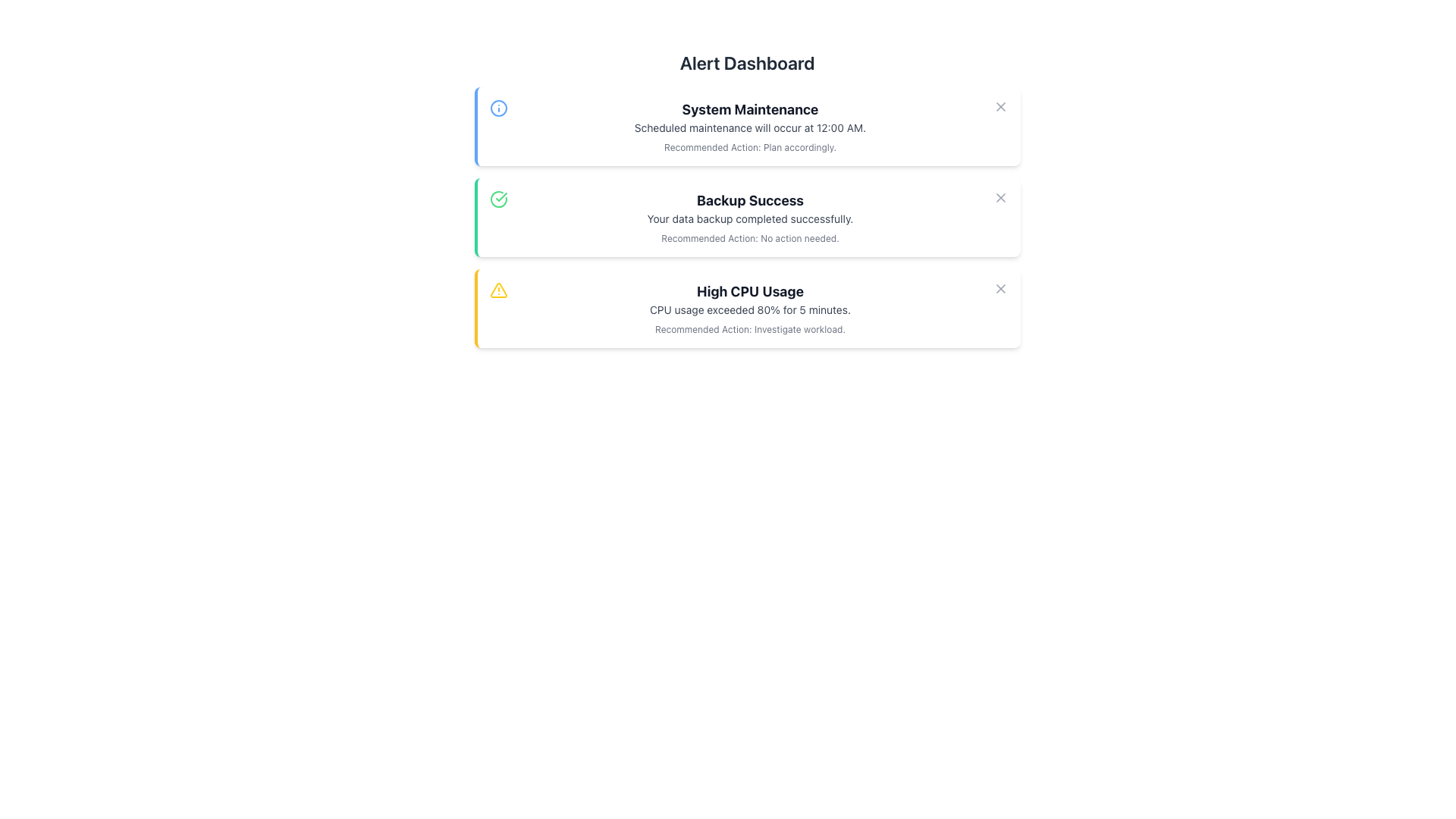  What do you see at coordinates (1000, 106) in the screenshot?
I see `the diagonal cross icon in the top-right section of the interface to dismiss the 'System Maintenance' alert` at bounding box center [1000, 106].